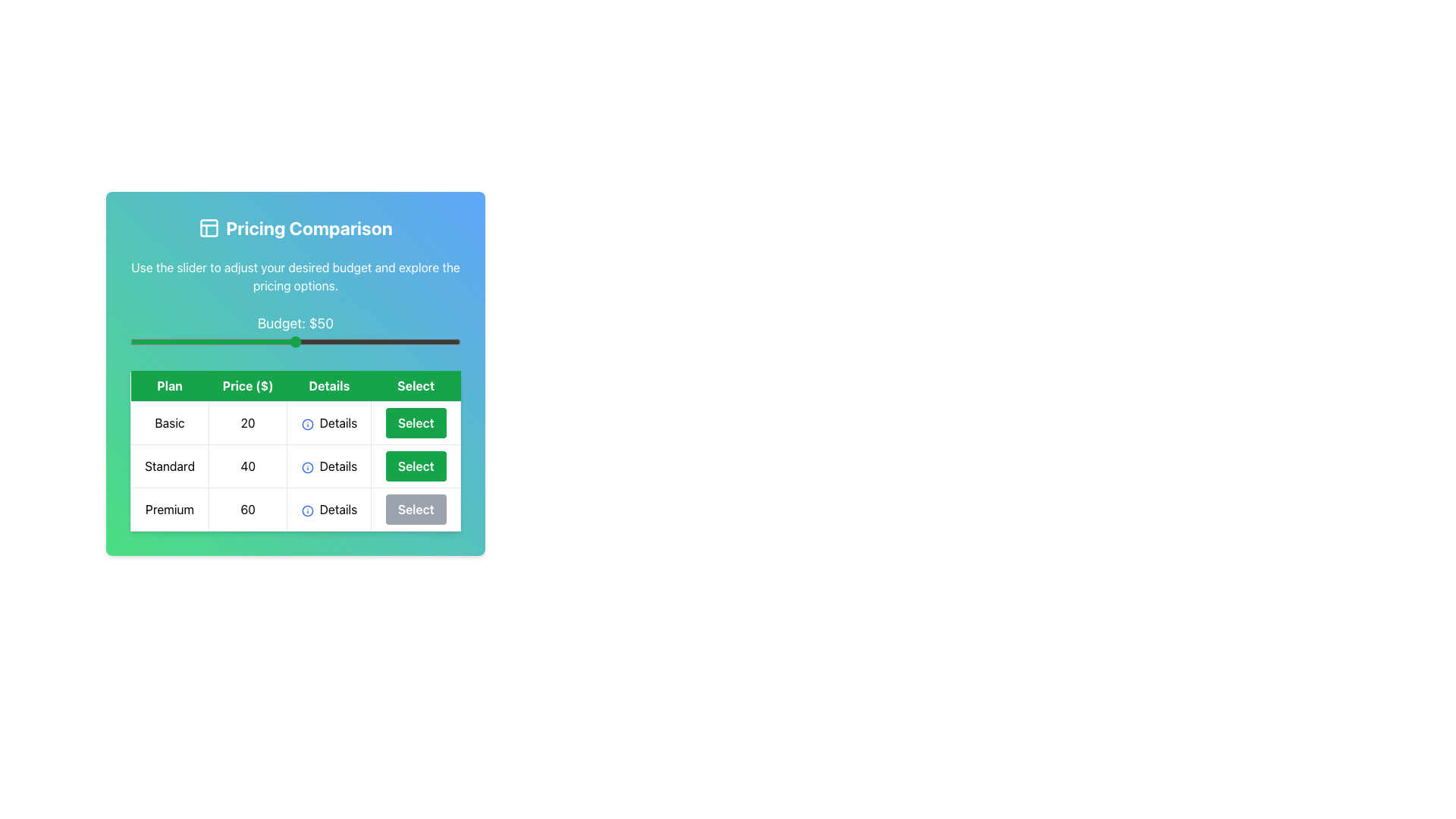  I want to click on text displayed on the 'Standard' label in the second row under the 'Plan' column, which is adjacent to the 'Price ($)' cell, so click(170, 465).